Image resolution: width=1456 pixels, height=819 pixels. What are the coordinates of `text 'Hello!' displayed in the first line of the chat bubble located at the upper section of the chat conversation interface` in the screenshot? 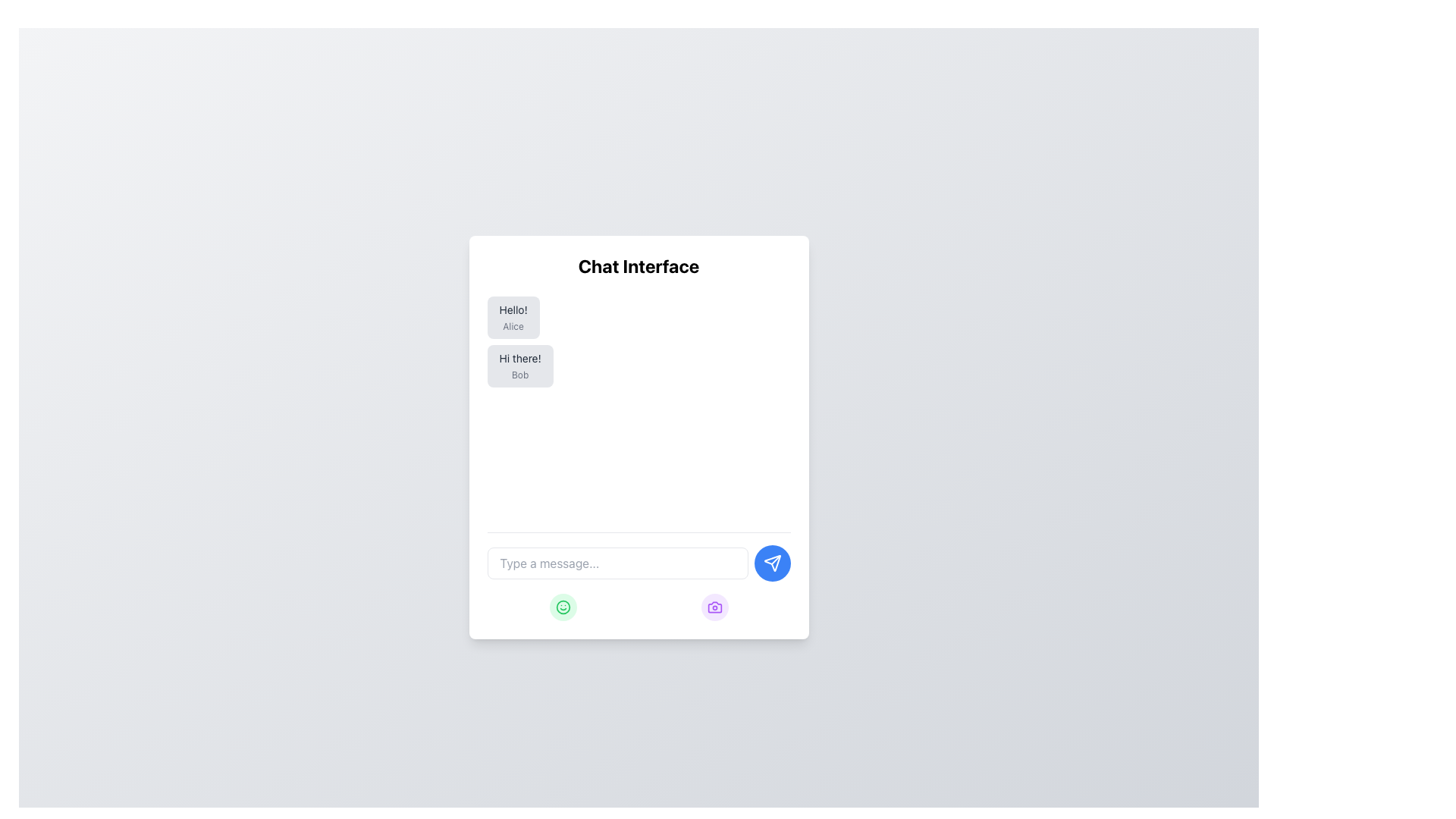 It's located at (513, 309).